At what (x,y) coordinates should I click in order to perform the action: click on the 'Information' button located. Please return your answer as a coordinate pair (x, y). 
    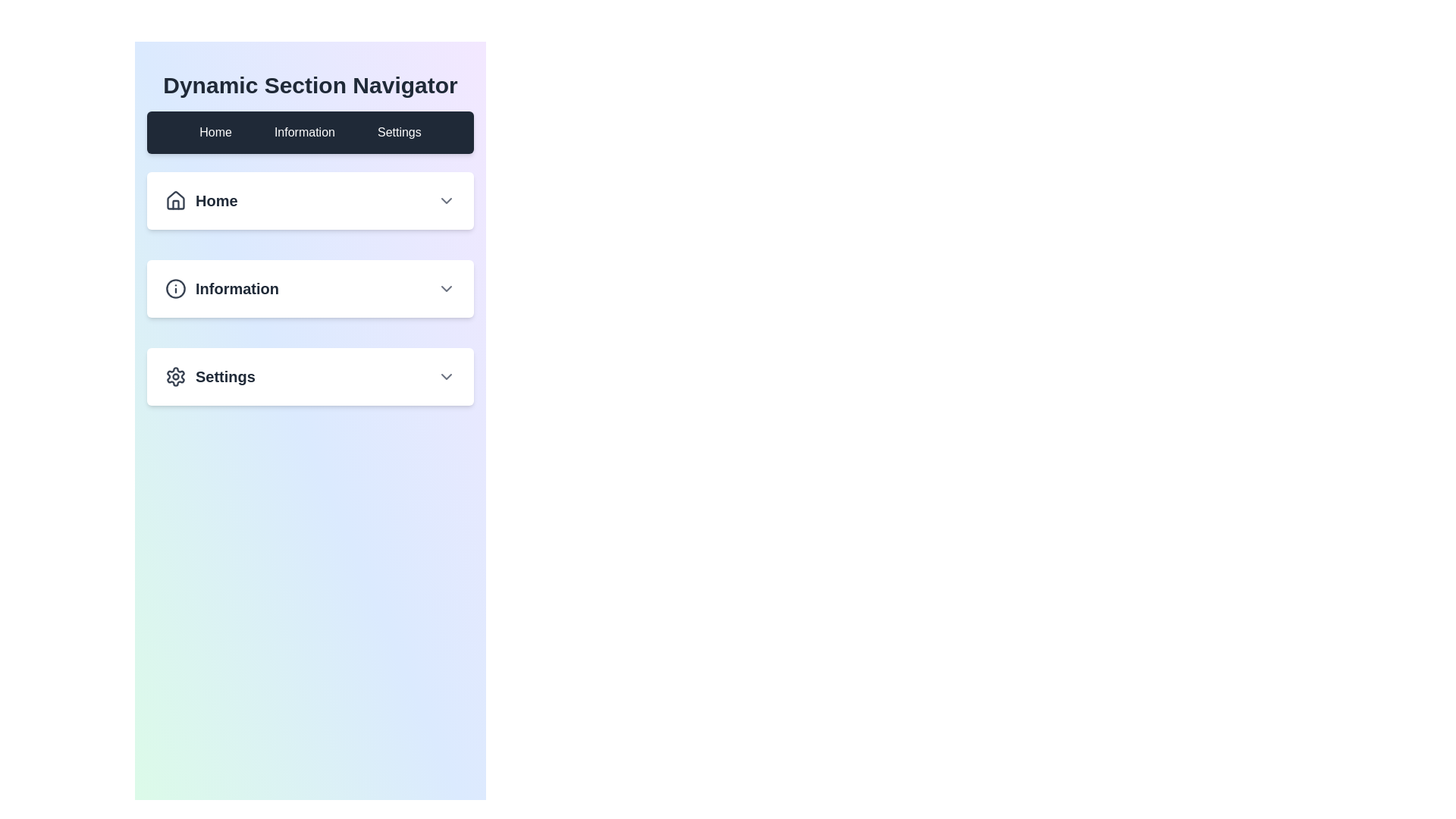
    Looking at the image, I should click on (303, 131).